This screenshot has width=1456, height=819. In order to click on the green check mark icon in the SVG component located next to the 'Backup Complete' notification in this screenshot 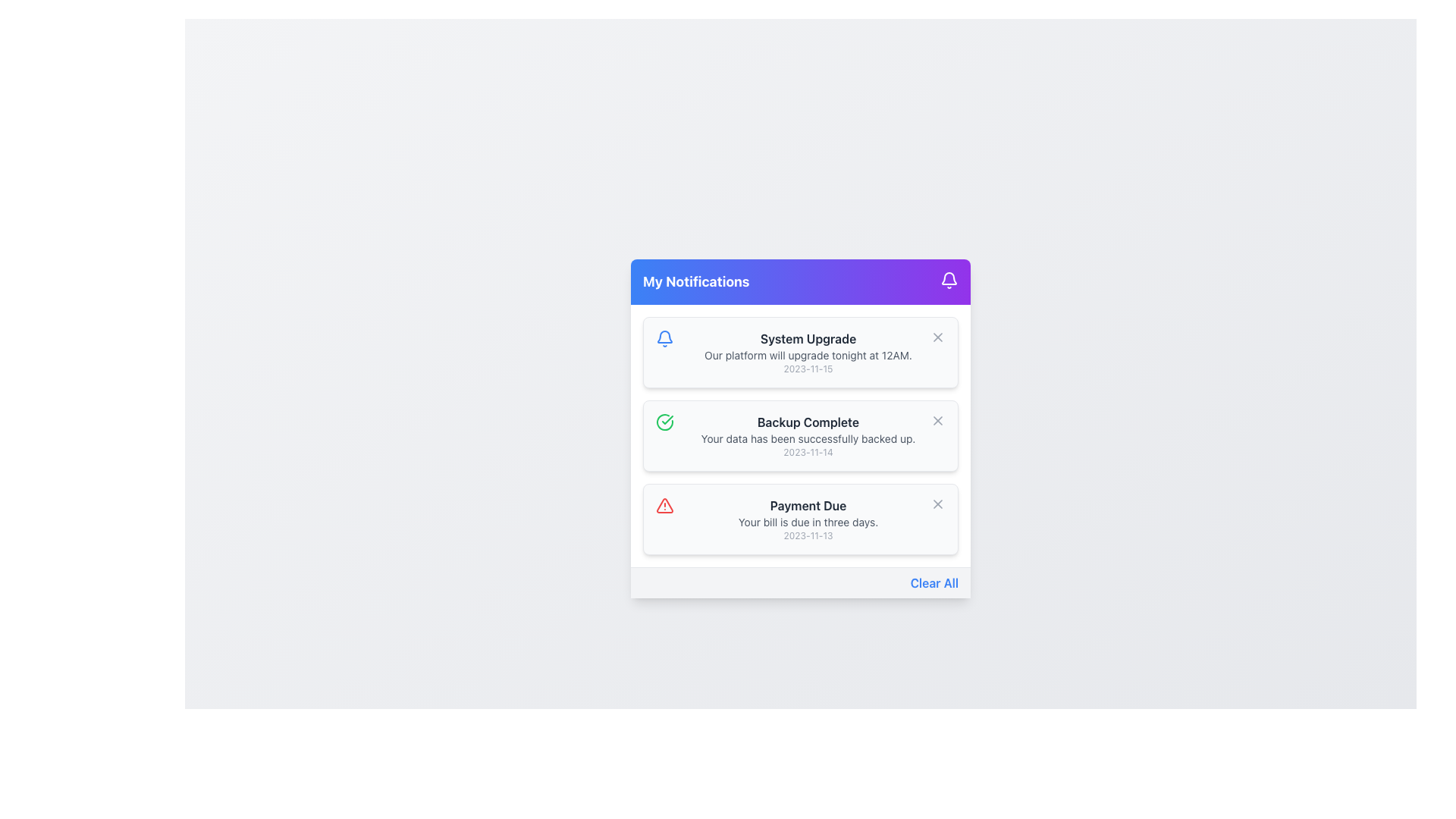, I will do `click(667, 419)`.